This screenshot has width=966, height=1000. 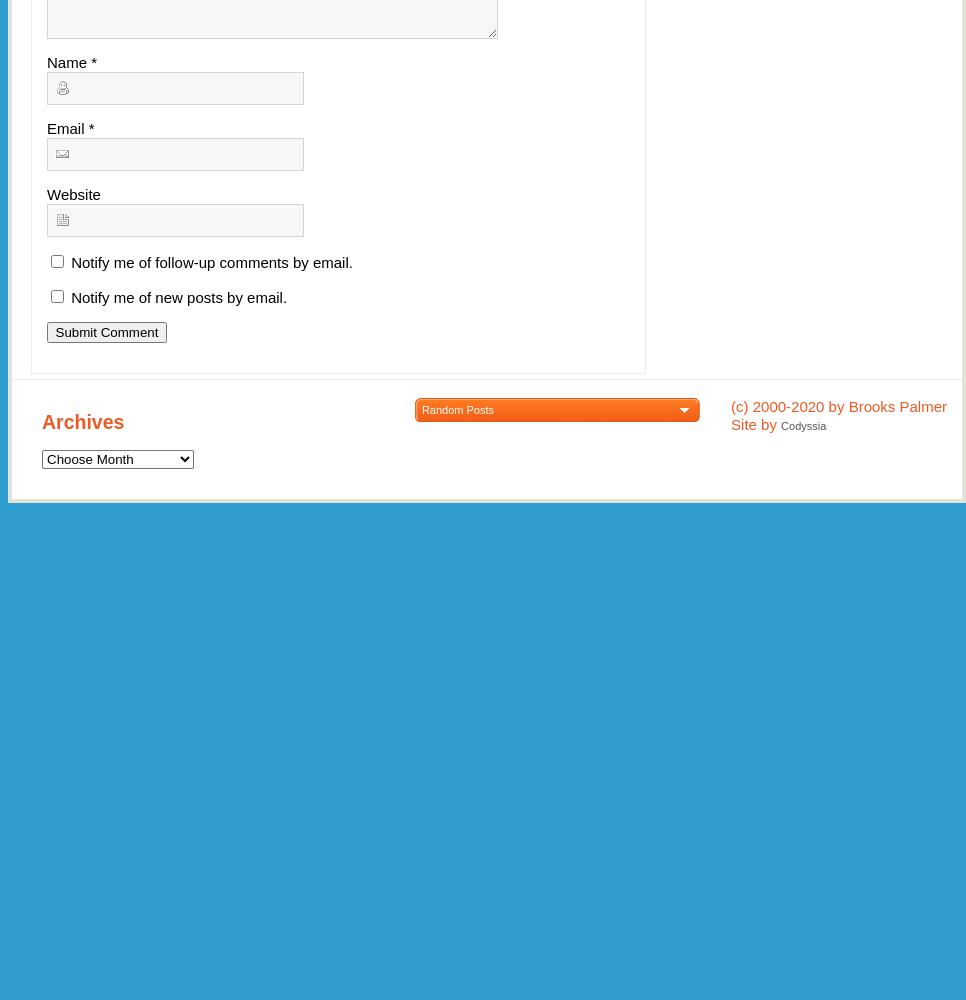 I want to click on 'Site by', so click(x=755, y=424).